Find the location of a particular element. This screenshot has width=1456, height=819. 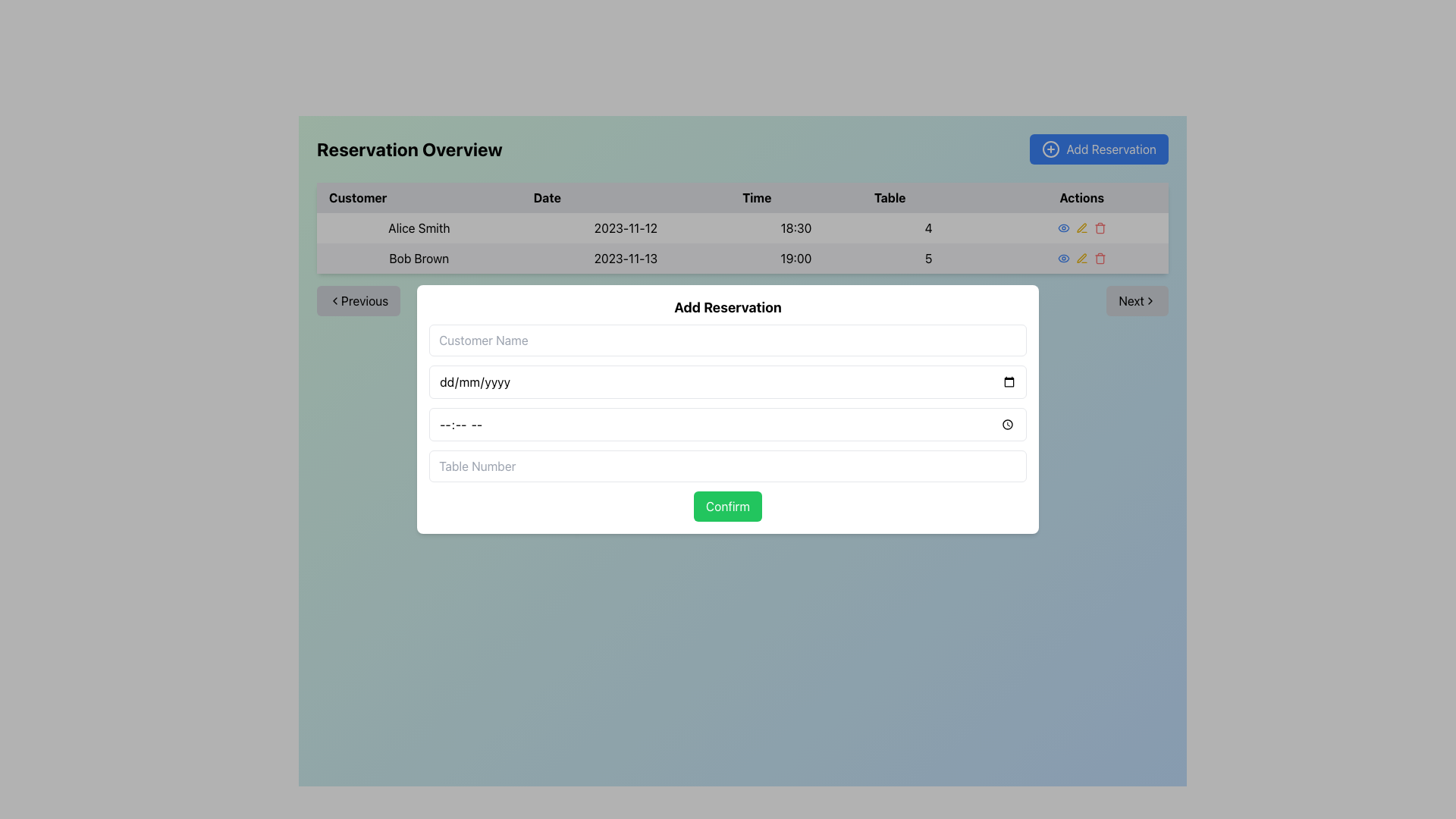

the green rectangular button labeled 'Confirm' located at the bottom-right of the form, which changes shade slightly when hovered is located at coordinates (728, 506).